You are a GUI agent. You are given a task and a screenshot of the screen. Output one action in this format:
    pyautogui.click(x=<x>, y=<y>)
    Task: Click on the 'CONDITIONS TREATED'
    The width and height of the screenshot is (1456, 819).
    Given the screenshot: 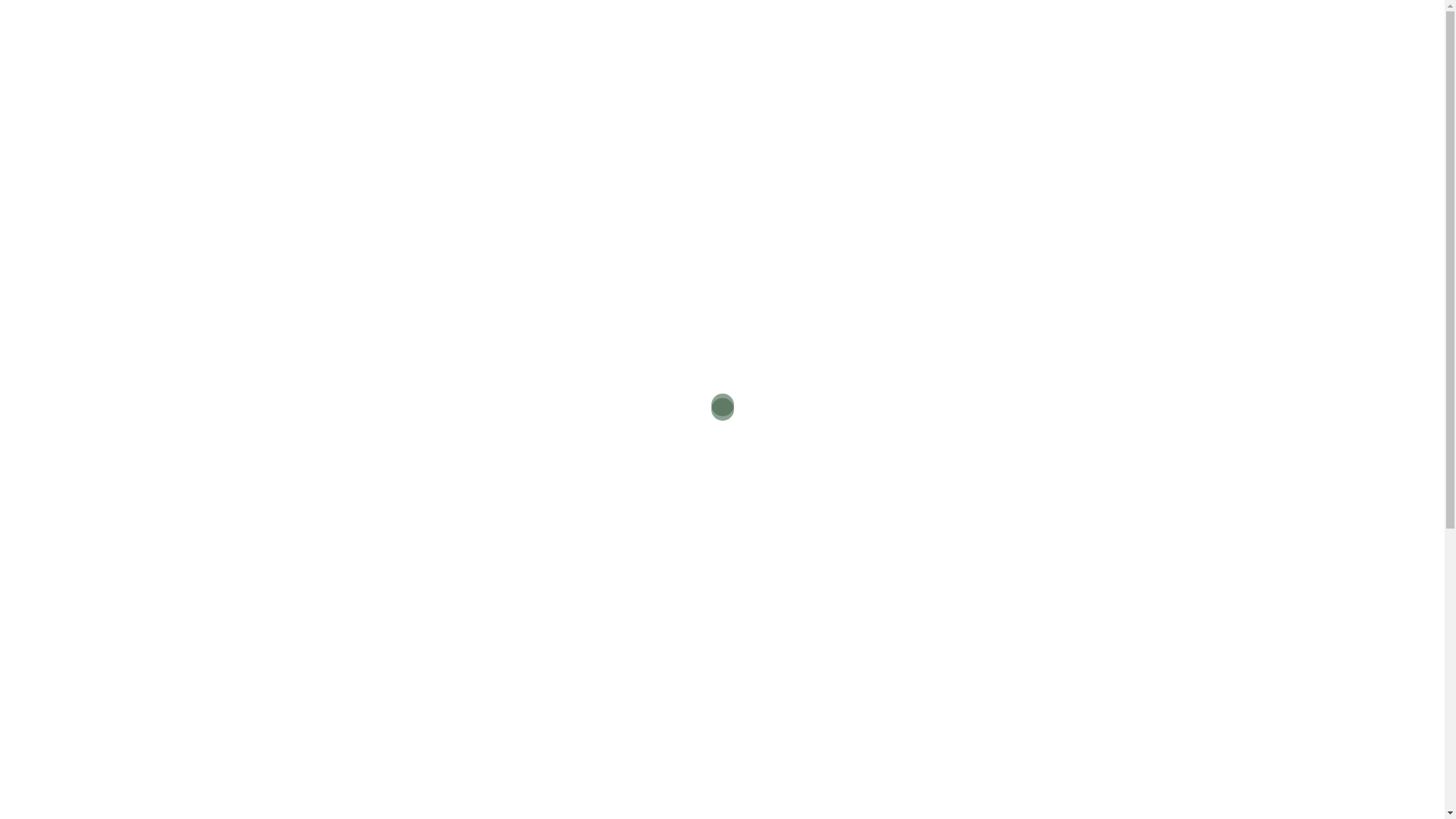 What is the action you would take?
    pyautogui.click(x=544, y=69)
    